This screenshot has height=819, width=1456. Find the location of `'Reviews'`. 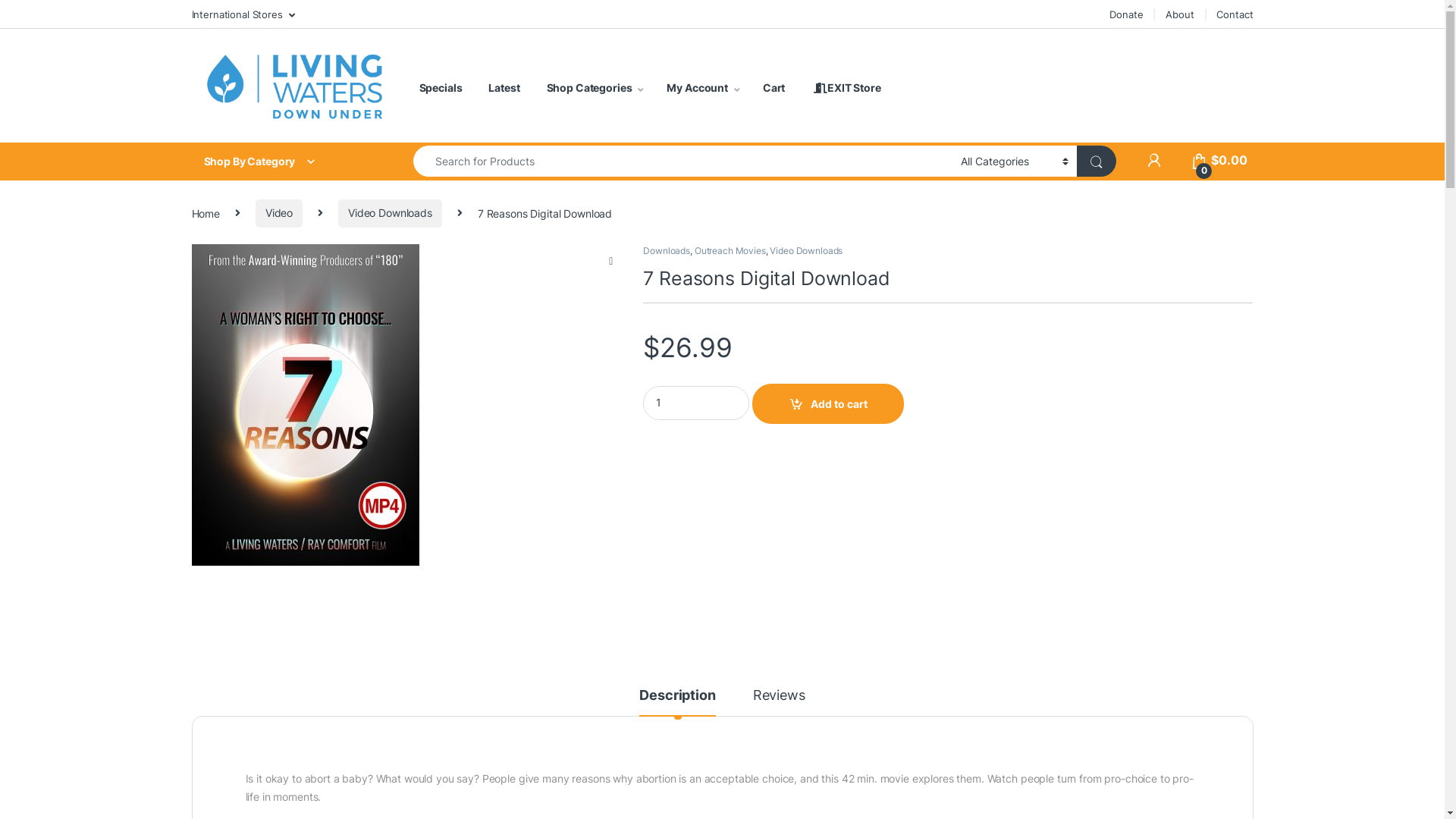

'Reviews' is located at coordinates (753, 701).